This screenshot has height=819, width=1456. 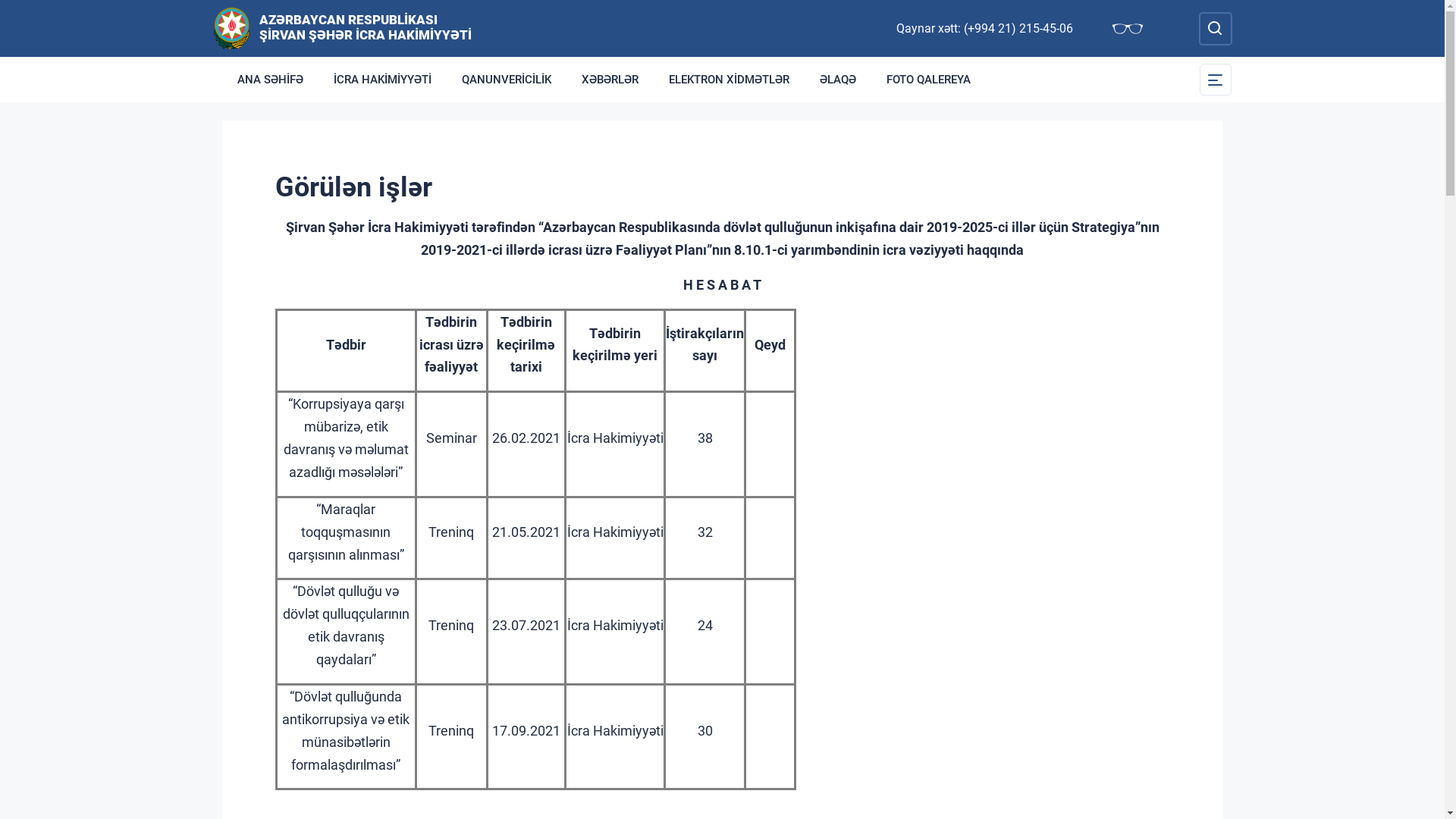 I want to click on 'QANUNVERICILIK', so click(x=506, y=79).